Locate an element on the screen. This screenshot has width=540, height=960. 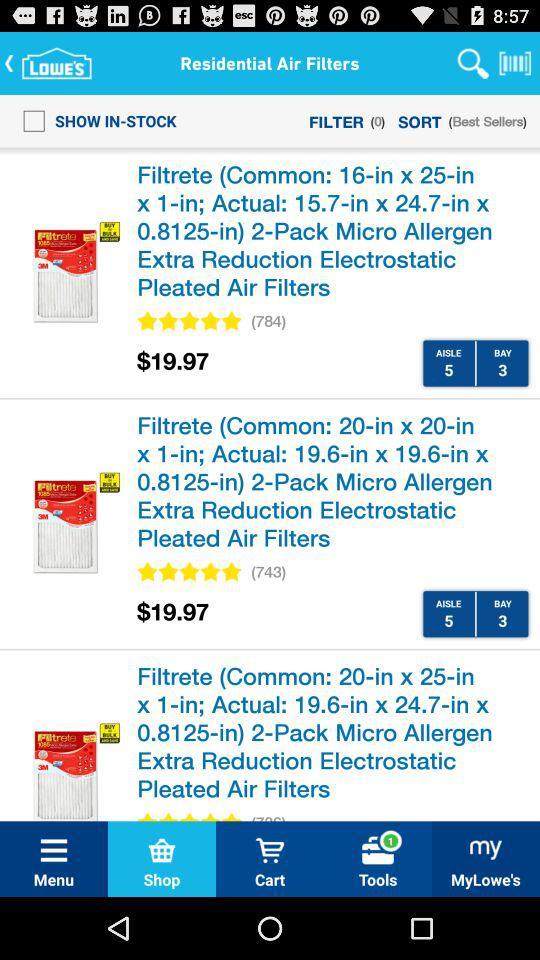
(743) icon is located at coordinates (268, 572).